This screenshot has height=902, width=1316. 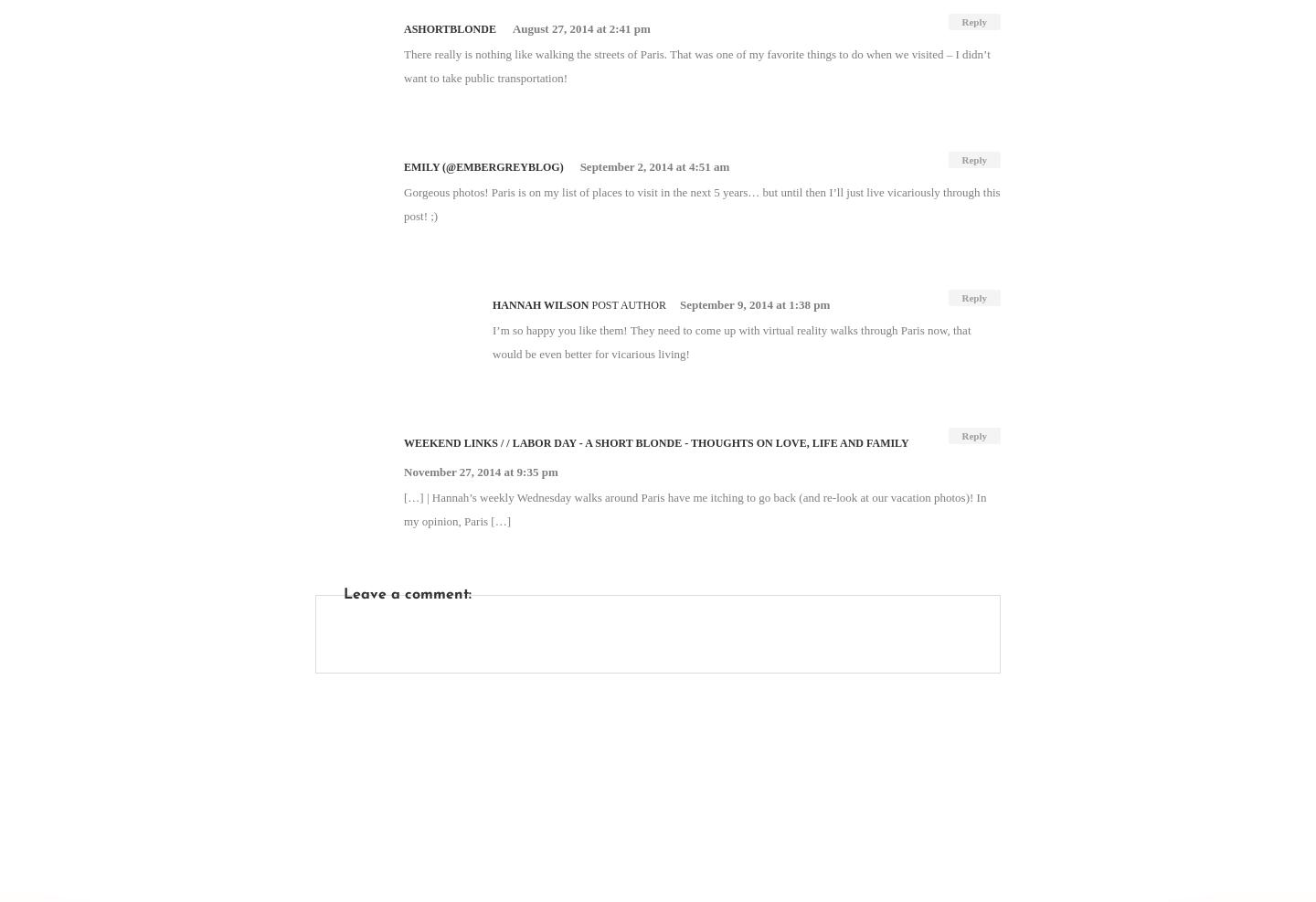 What do you see at coordinates (480, 471) in the screenshot?
I see `'November 27, 2014 at 9:35 pm'` at bounding box center [480, 471].